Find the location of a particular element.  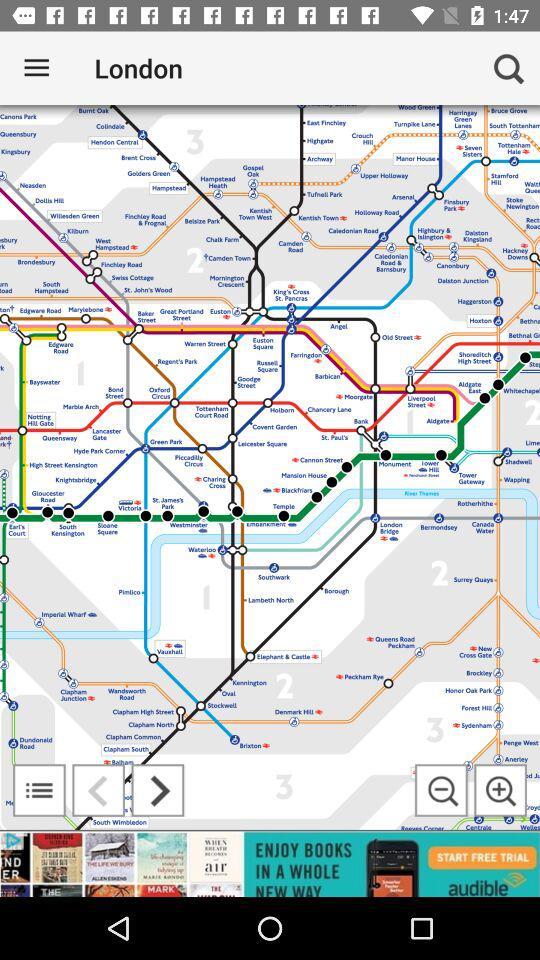

zoom out is located at coordinates (441, 790).